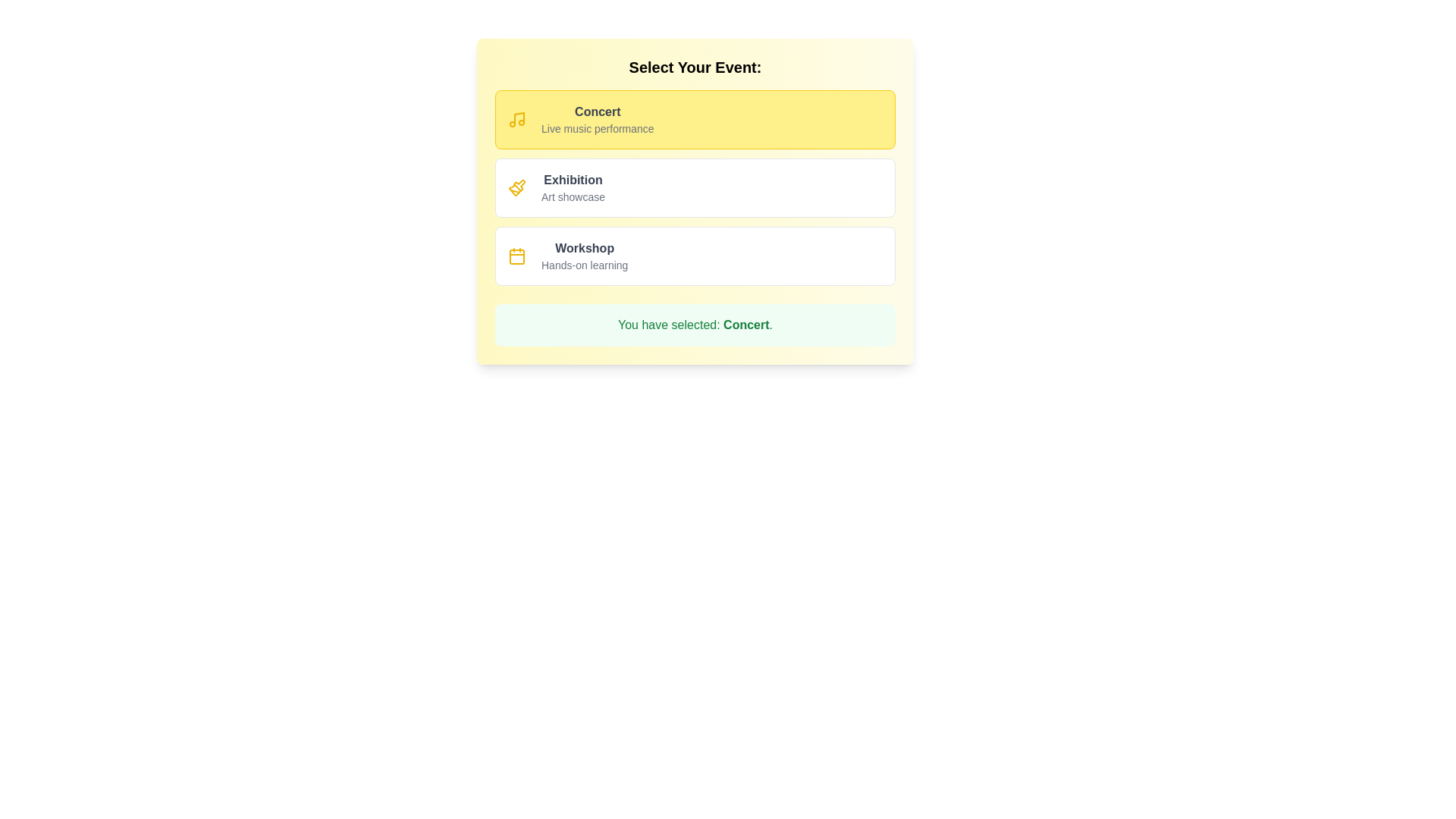 The height and width of the screenshot is (819, 1456). Describe the element at coordinates (520, 119) in the screenshot. I see `the yellow musical notes icon located on the left side of the 'Concert' option in the event options list` at that location.